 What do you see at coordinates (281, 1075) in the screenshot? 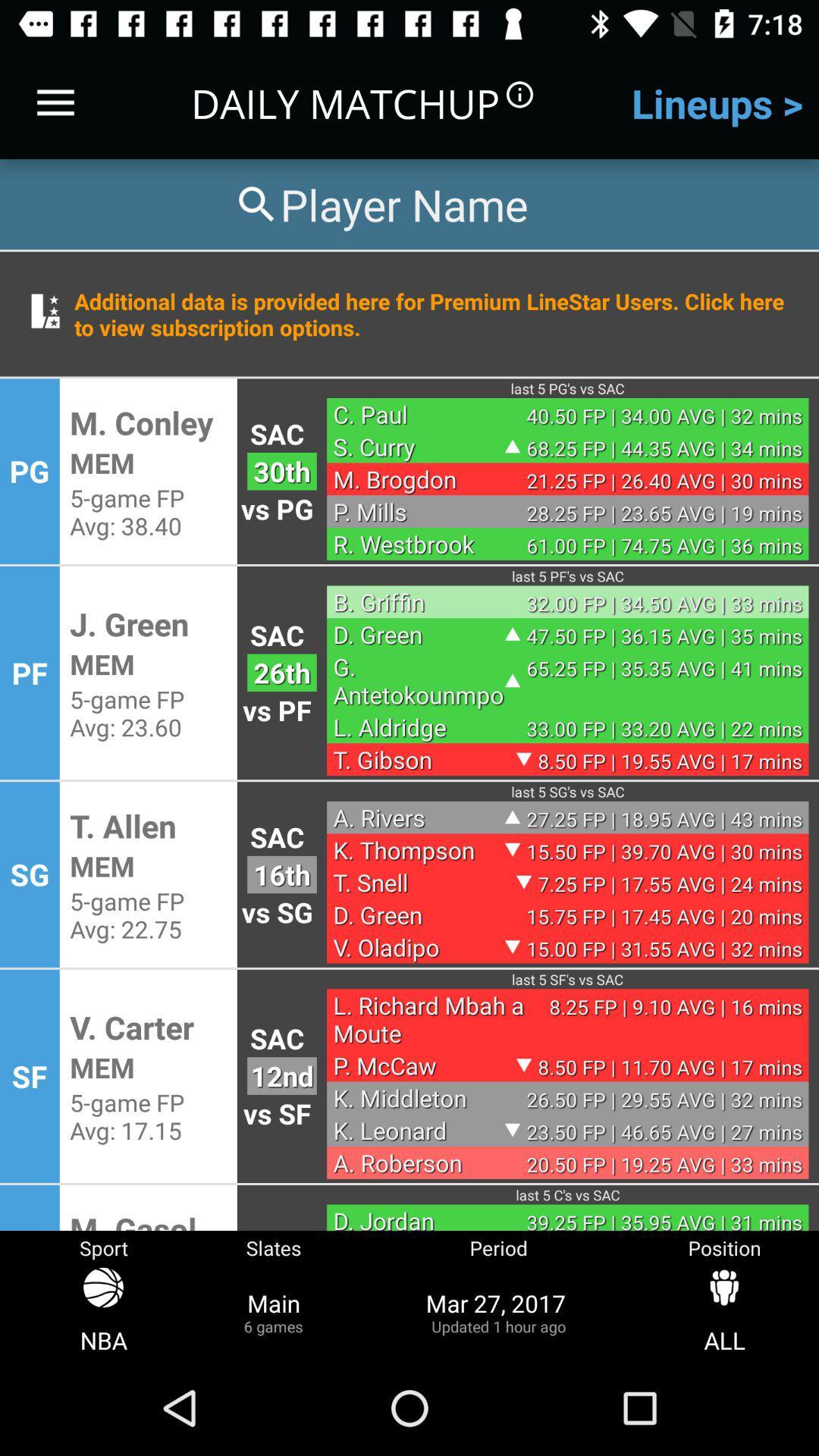
I see `icon below sac item` at bounding box center [281, 1075].